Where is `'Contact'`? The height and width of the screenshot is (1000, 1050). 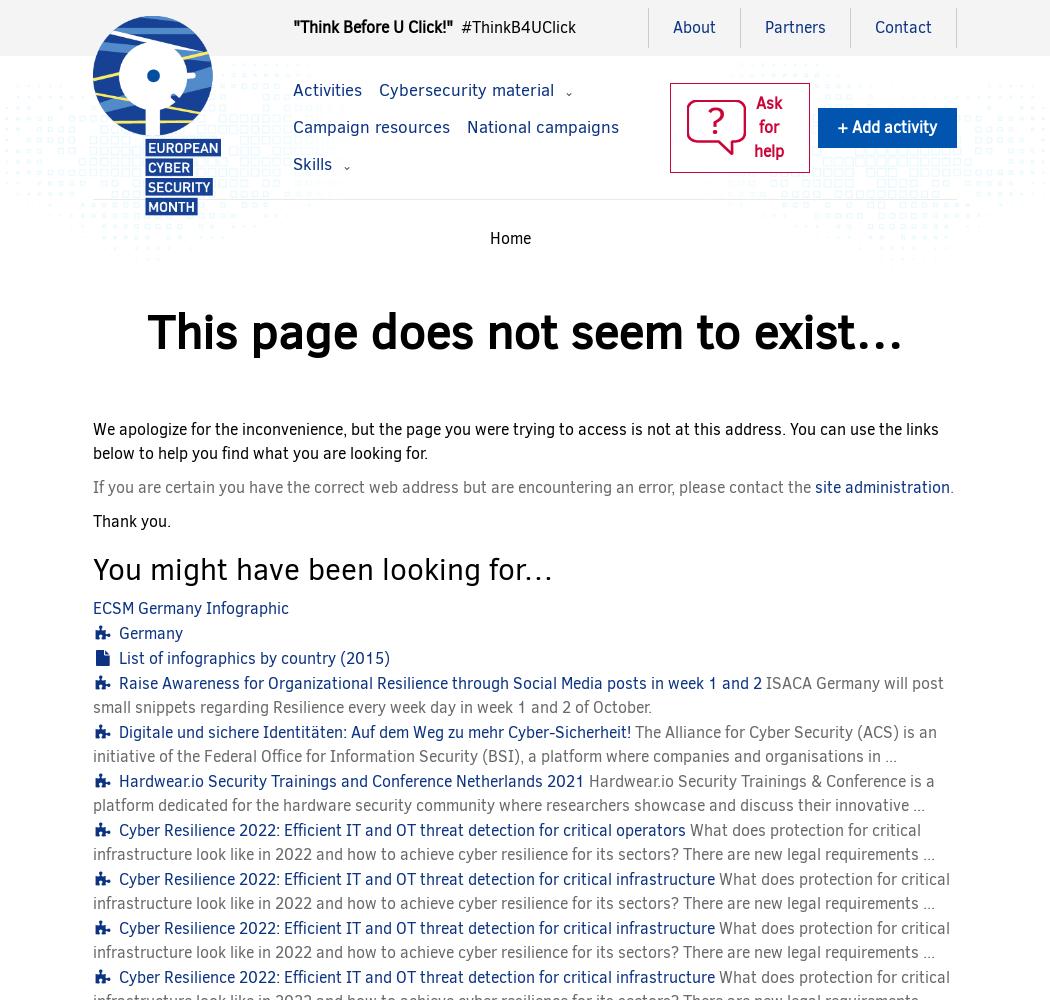
'Contact' is located at coordinates (903, 27).